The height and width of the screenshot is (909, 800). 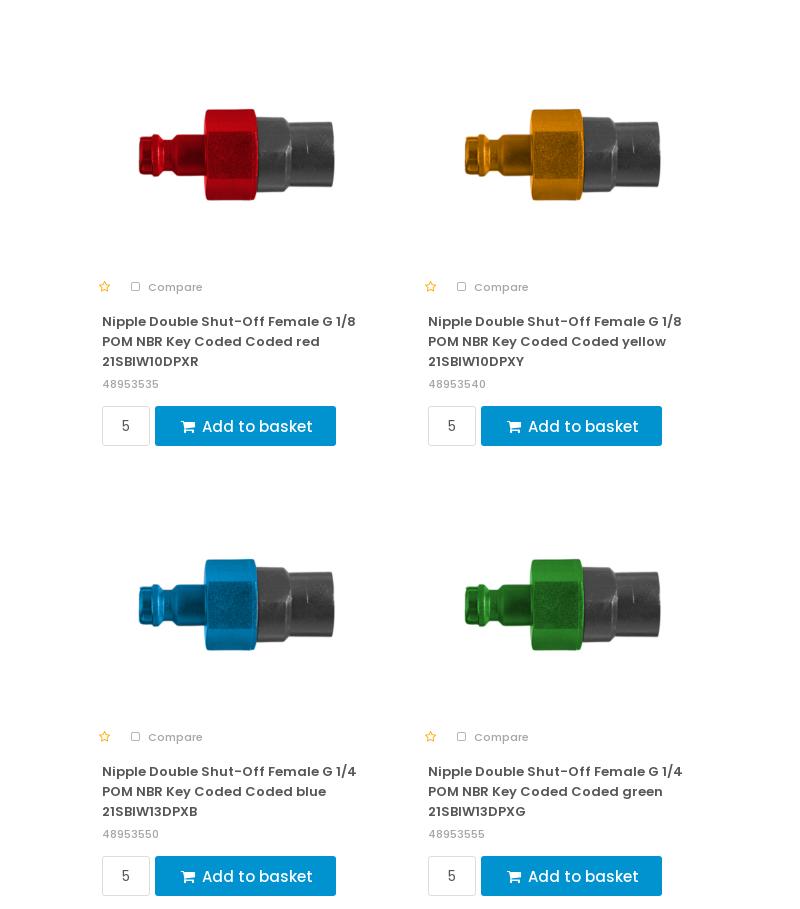 What do you see at coordinates (90, 673) in the screenshot?
I see `'Company profile'` at bounding box center [90, 673].